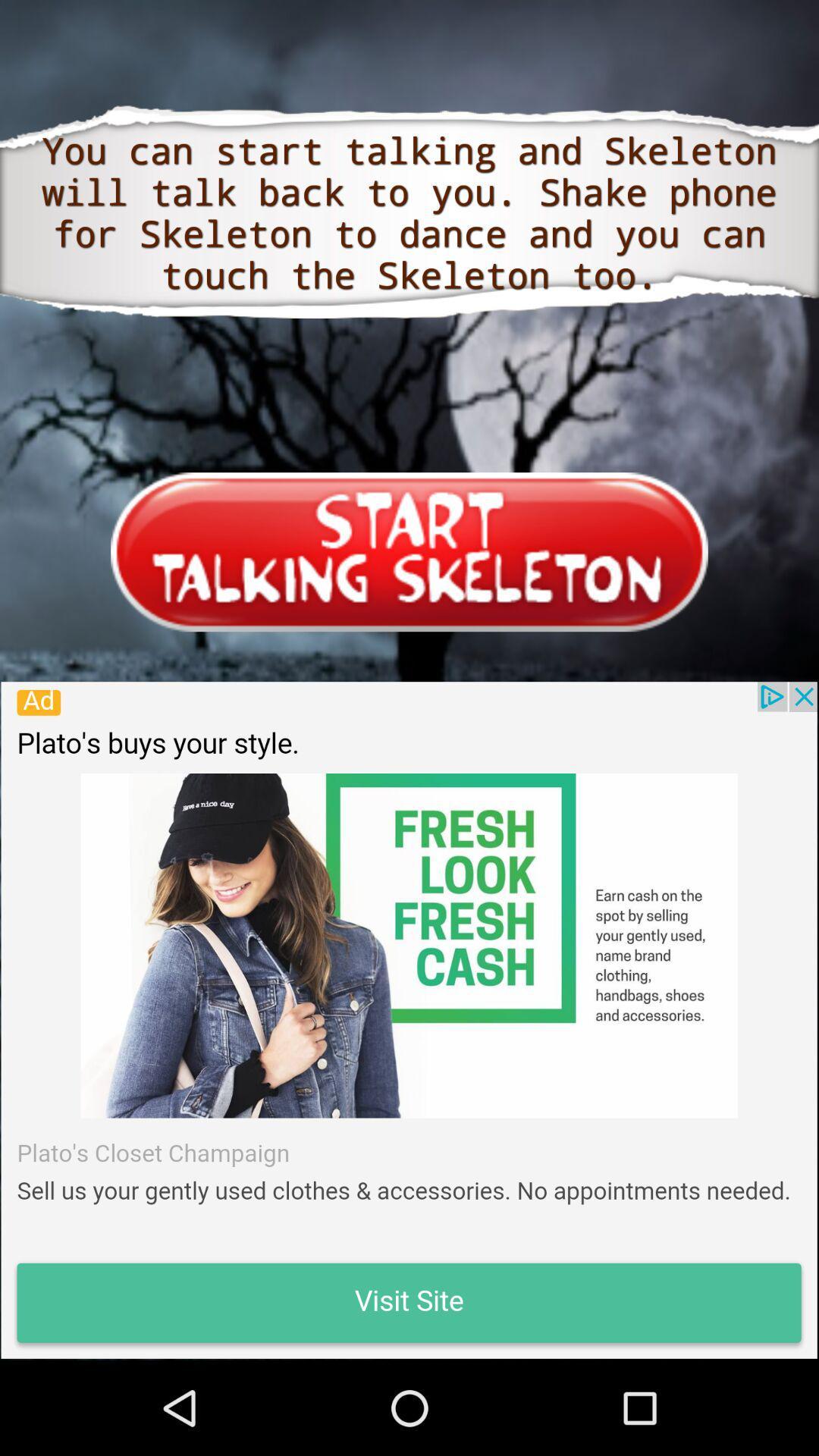  Describe the element at coordinates (408, 1020) in the screenshot. I see `fresh look advertisement` at that location.